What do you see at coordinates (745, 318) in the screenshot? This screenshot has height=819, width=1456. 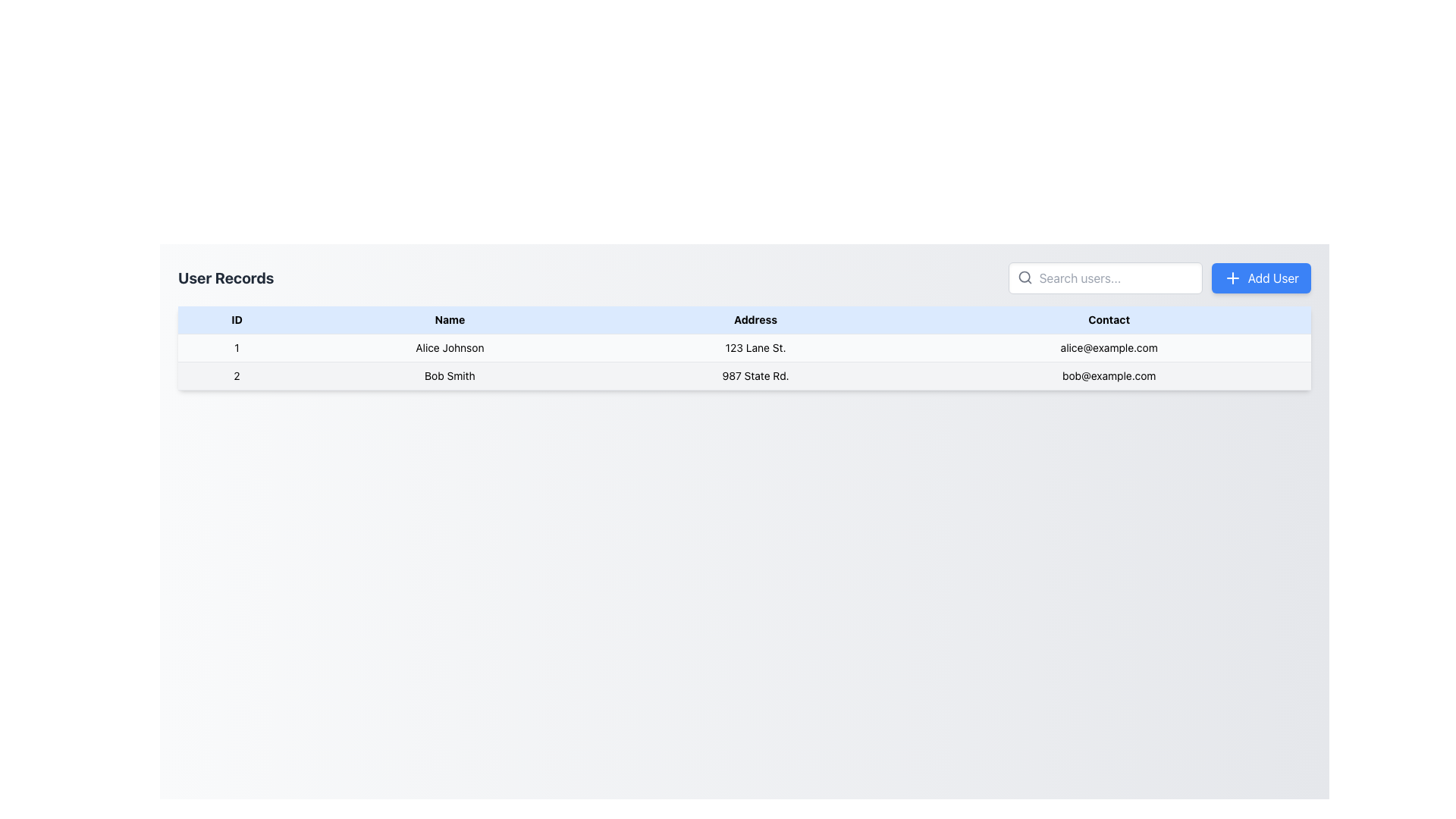 I see `text of each header in the header row located at the top of the tabular data interface spanning horizontally across the width of the table` at bounding box center [745, 318].